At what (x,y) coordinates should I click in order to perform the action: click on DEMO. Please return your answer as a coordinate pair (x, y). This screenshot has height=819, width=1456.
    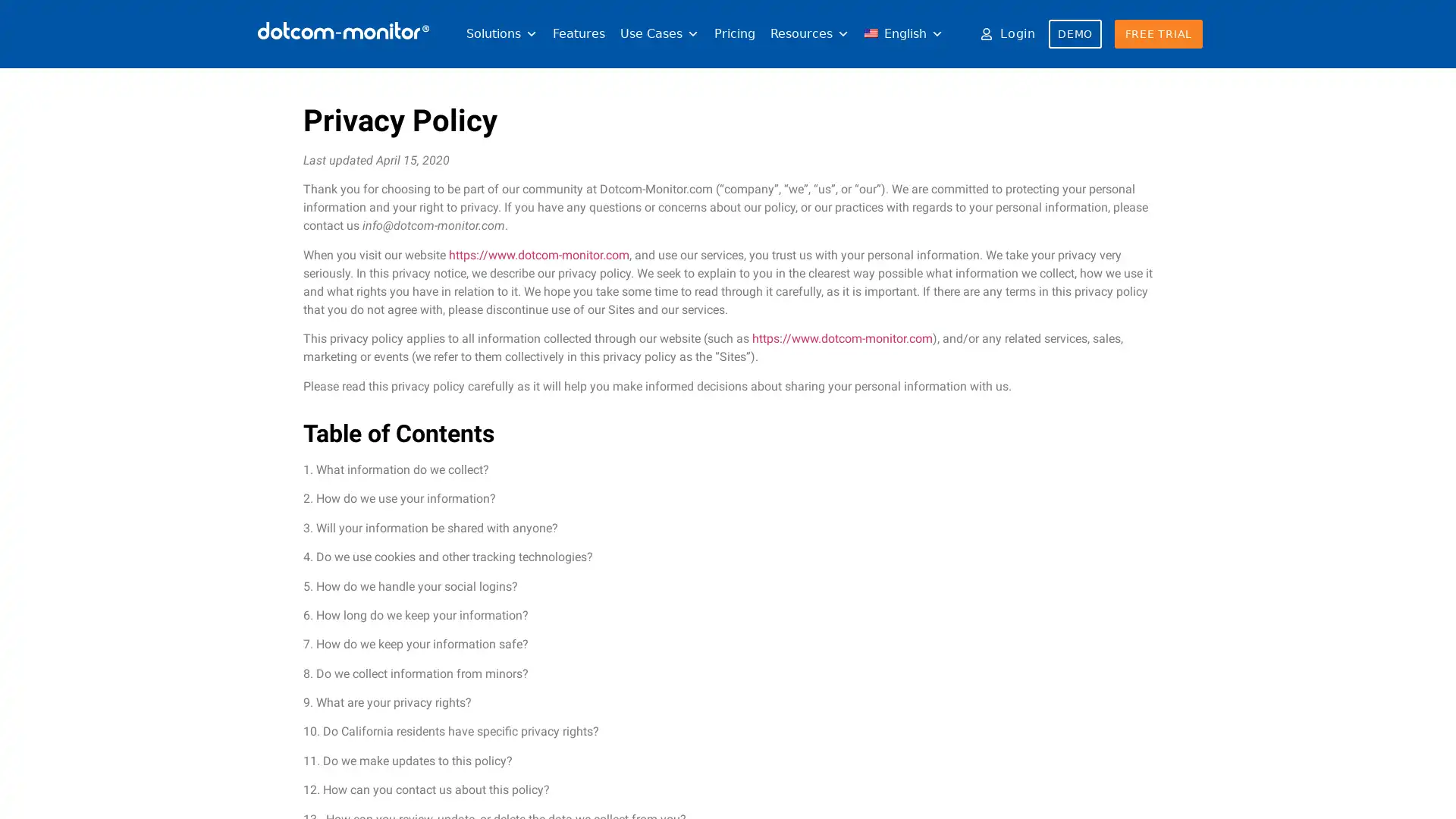
    Looking at the image, I should click on (1074, 34).